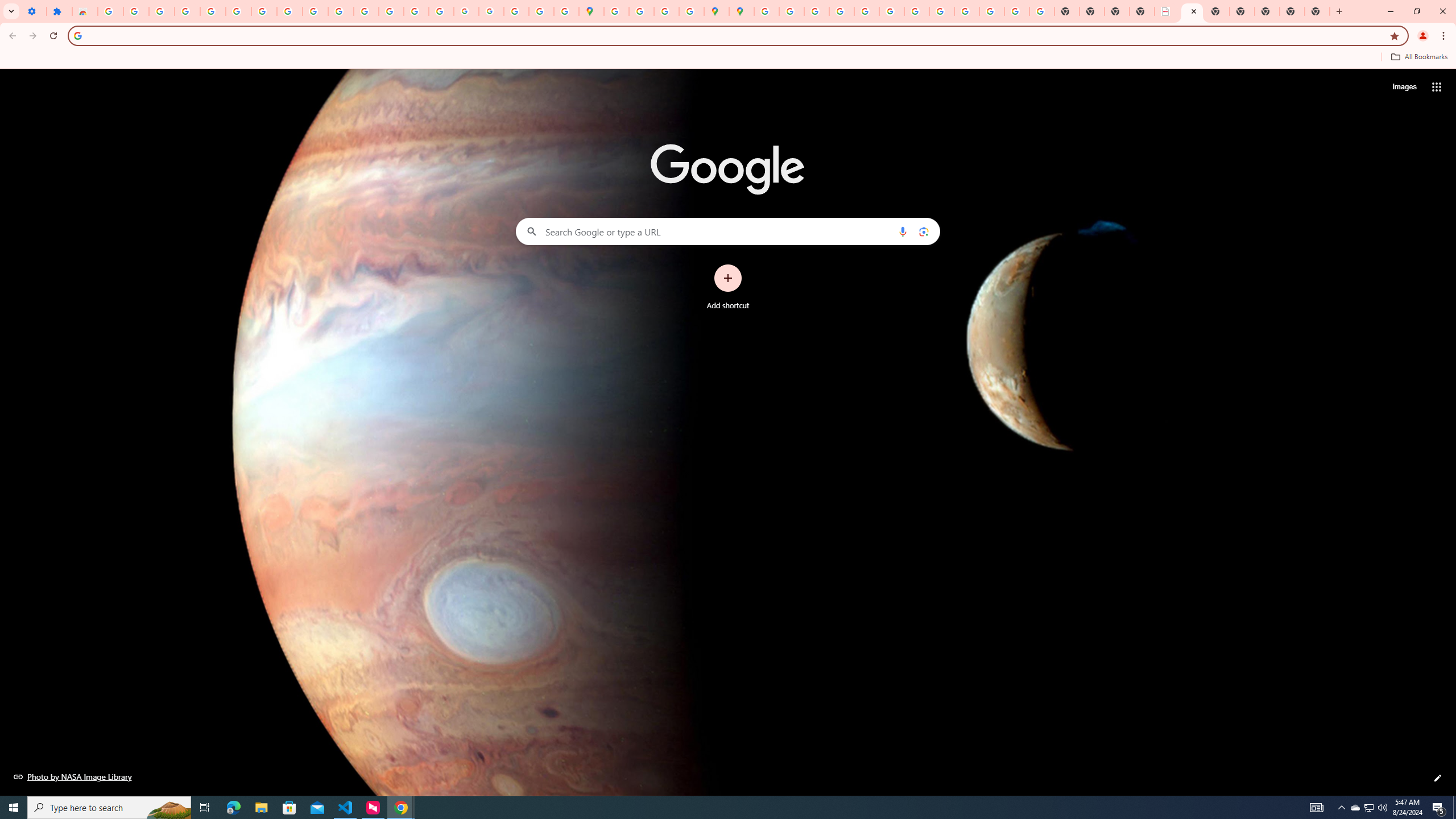 The image size is (1456, 819). Describe the element at coordinates (1437, 777) in the screenshot. I see `'Customize this page'` at that location.